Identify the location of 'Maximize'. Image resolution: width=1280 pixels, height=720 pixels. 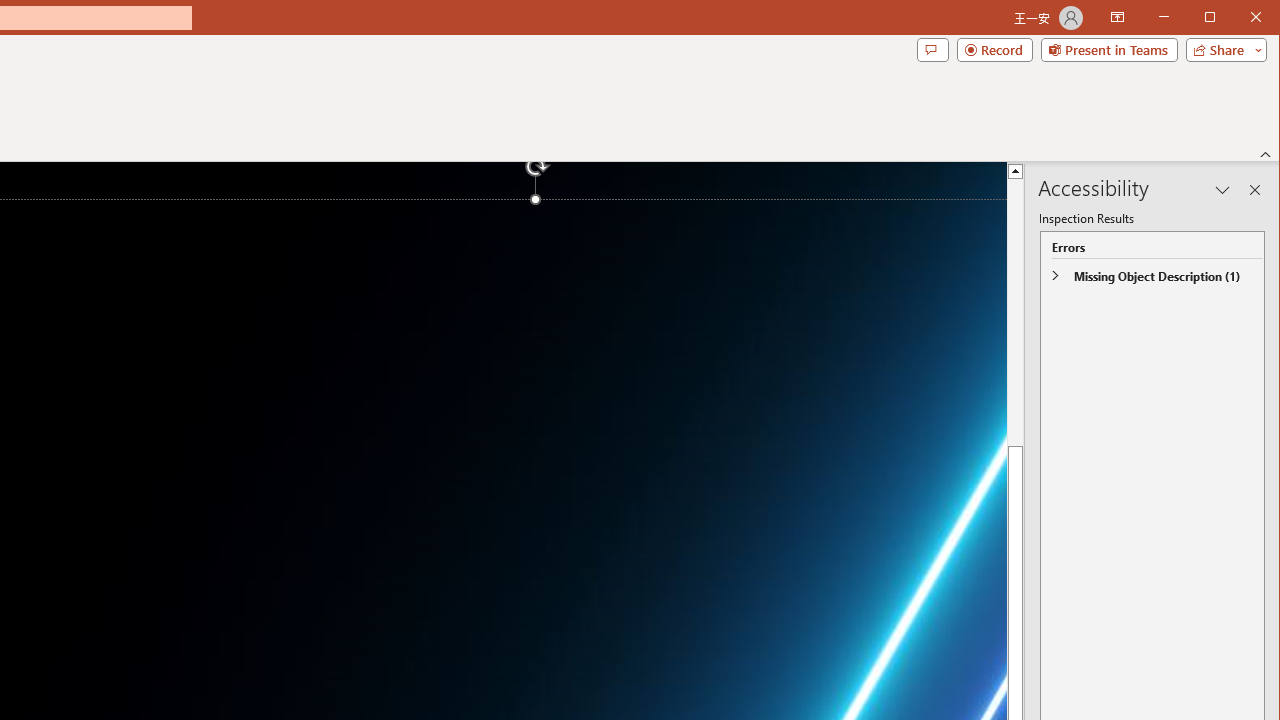
(1238, 19).